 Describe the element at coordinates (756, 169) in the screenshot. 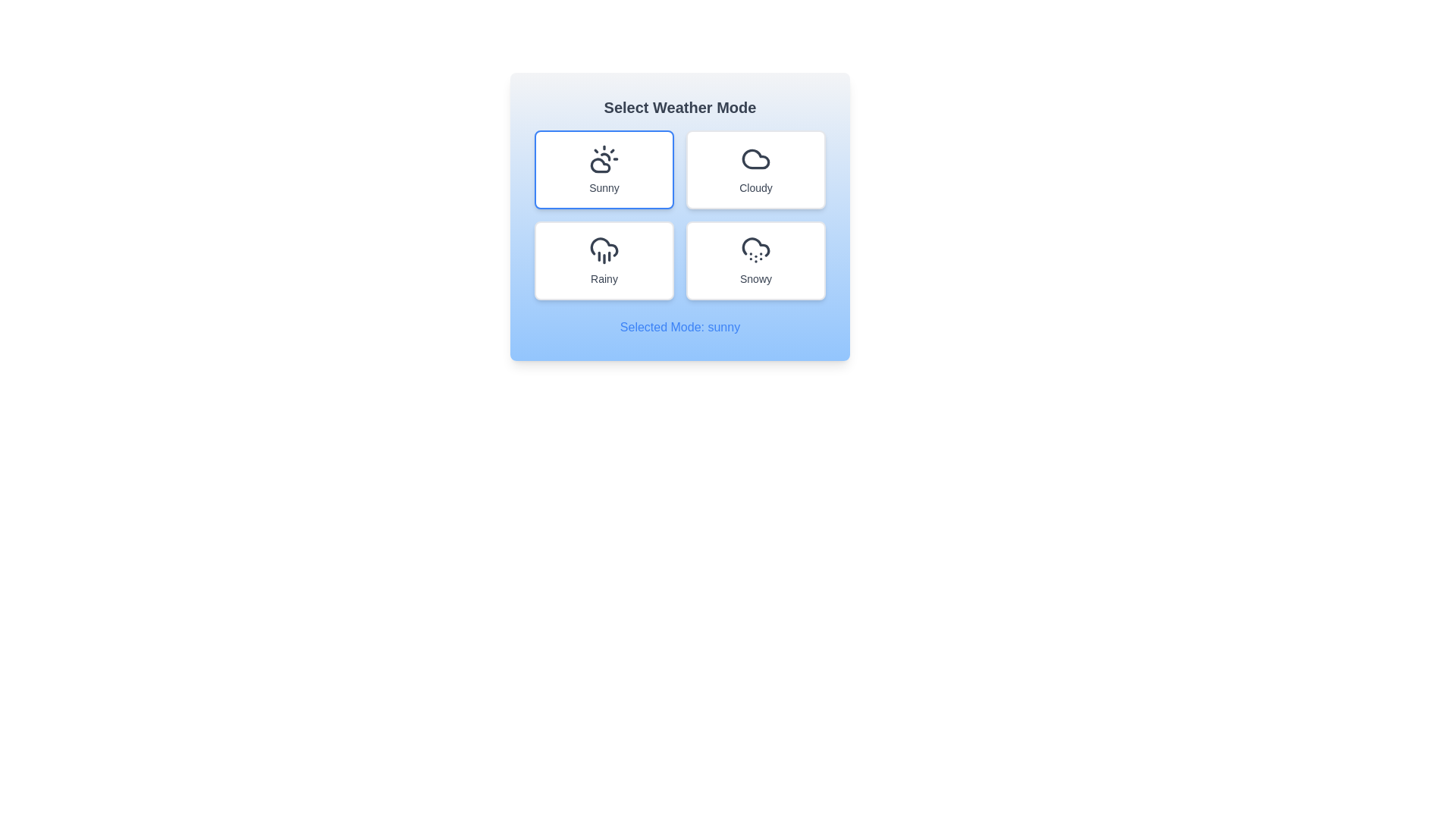

I see `the weather mode button labeled Cloudy` at that location.